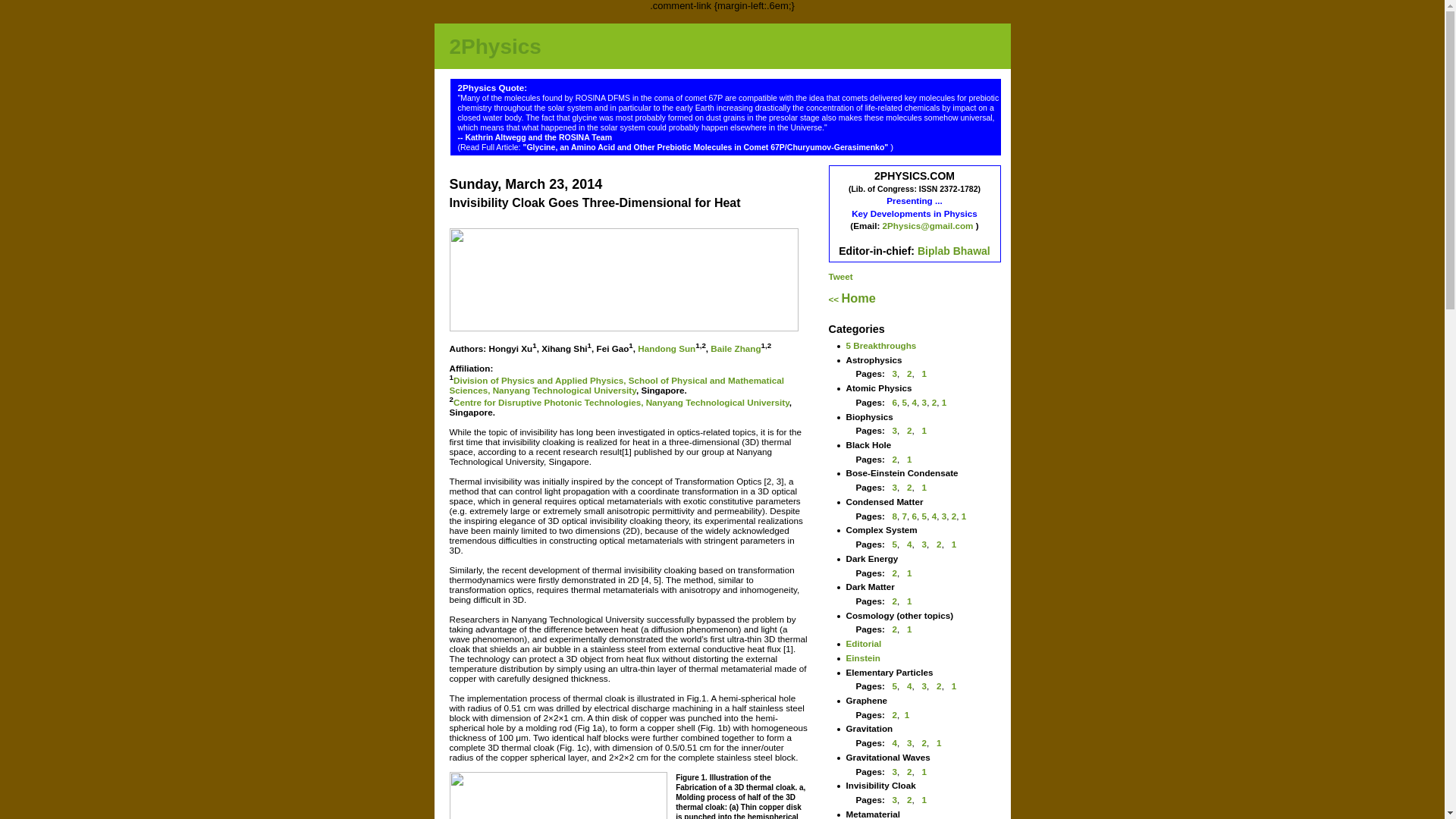 This screenshot has height=819, width=1456. Describe the element at coordinates (909, 458) in the screenshot. I see `'1'` at that location.